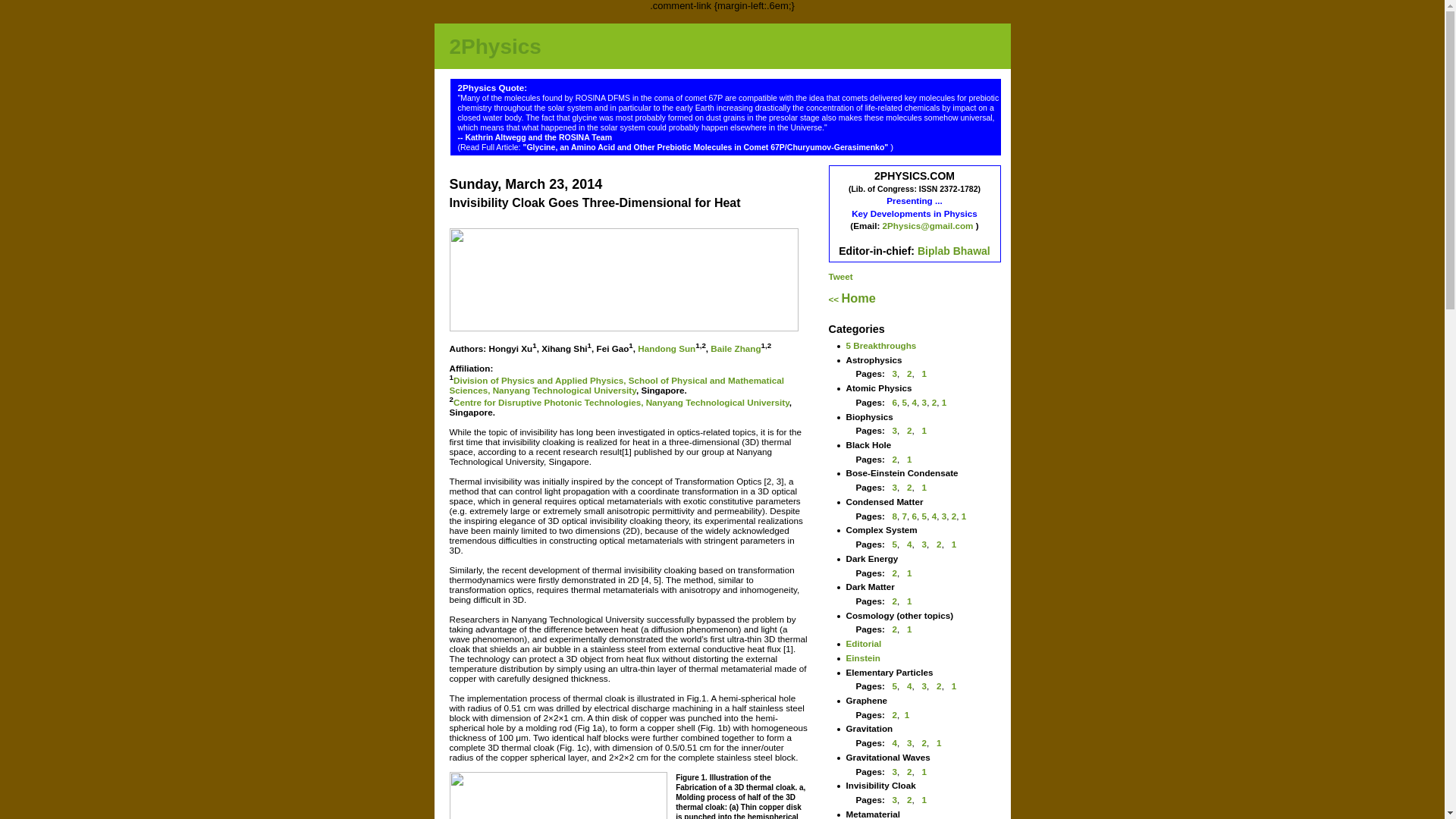 This screenshot has height=819, width=1456. Describe the element at coordinates (909, 458) in the screenshot. I see `'1'` at that location.